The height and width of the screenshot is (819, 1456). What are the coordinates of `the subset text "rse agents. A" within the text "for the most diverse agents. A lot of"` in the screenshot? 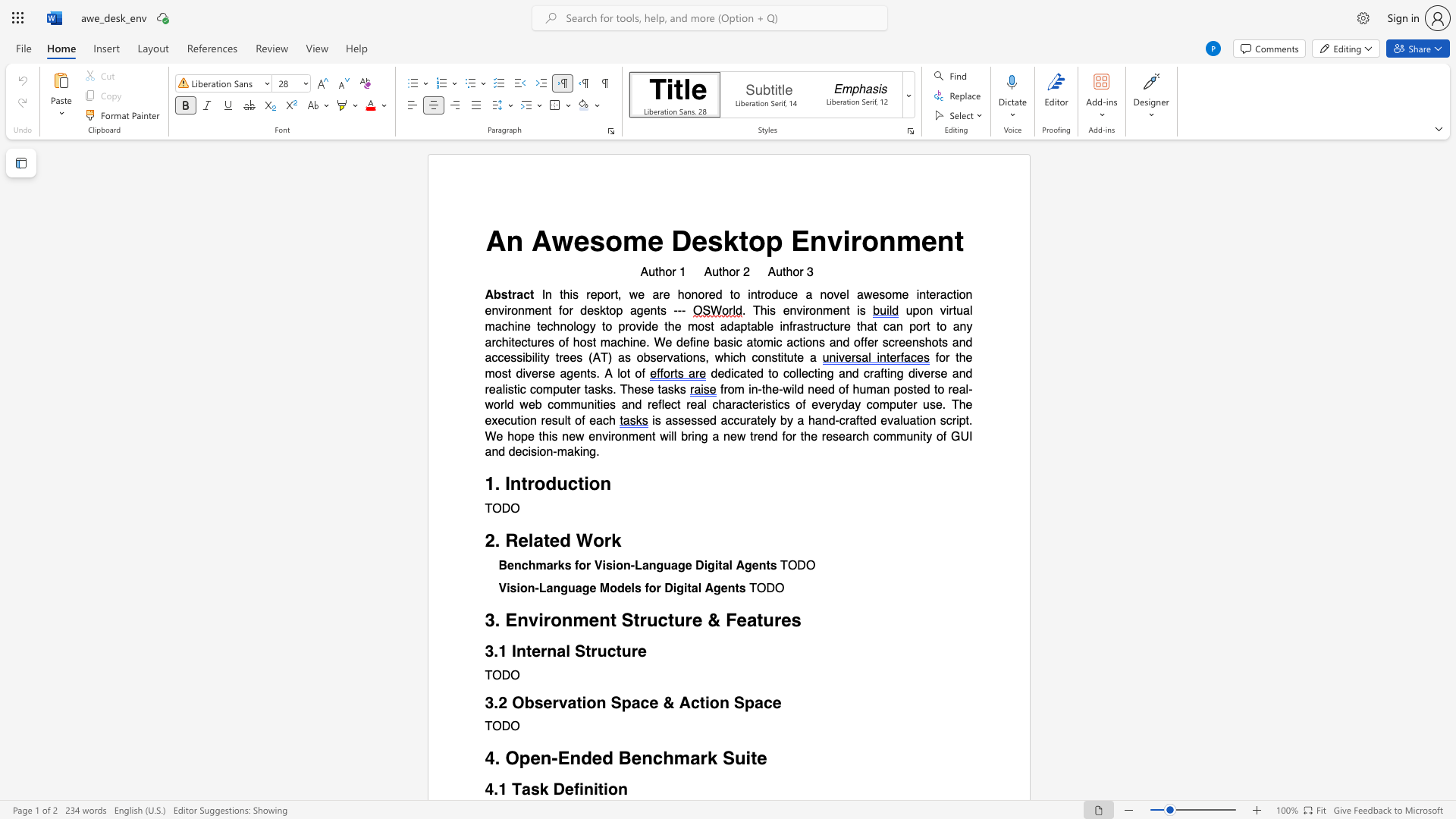 It's located at (538, 373).